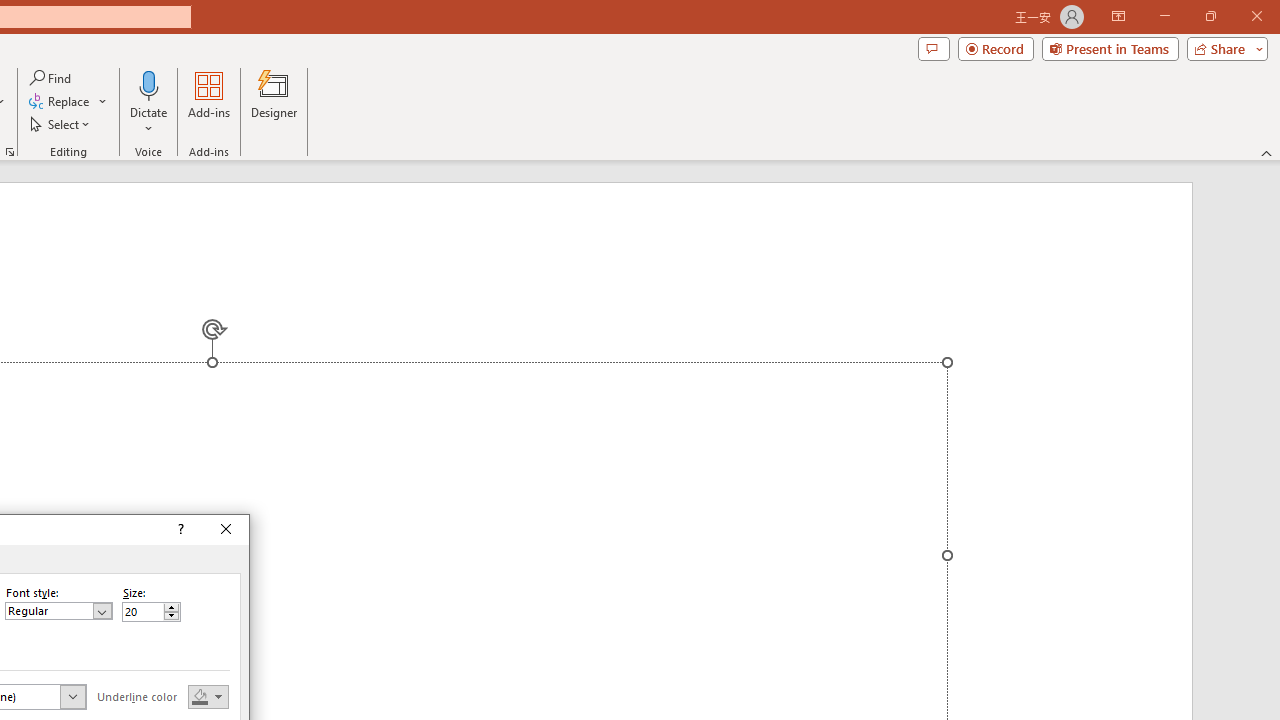  Describe the element at coordinates (171, 615) in the screenshot. I see `'Less'` at that location.